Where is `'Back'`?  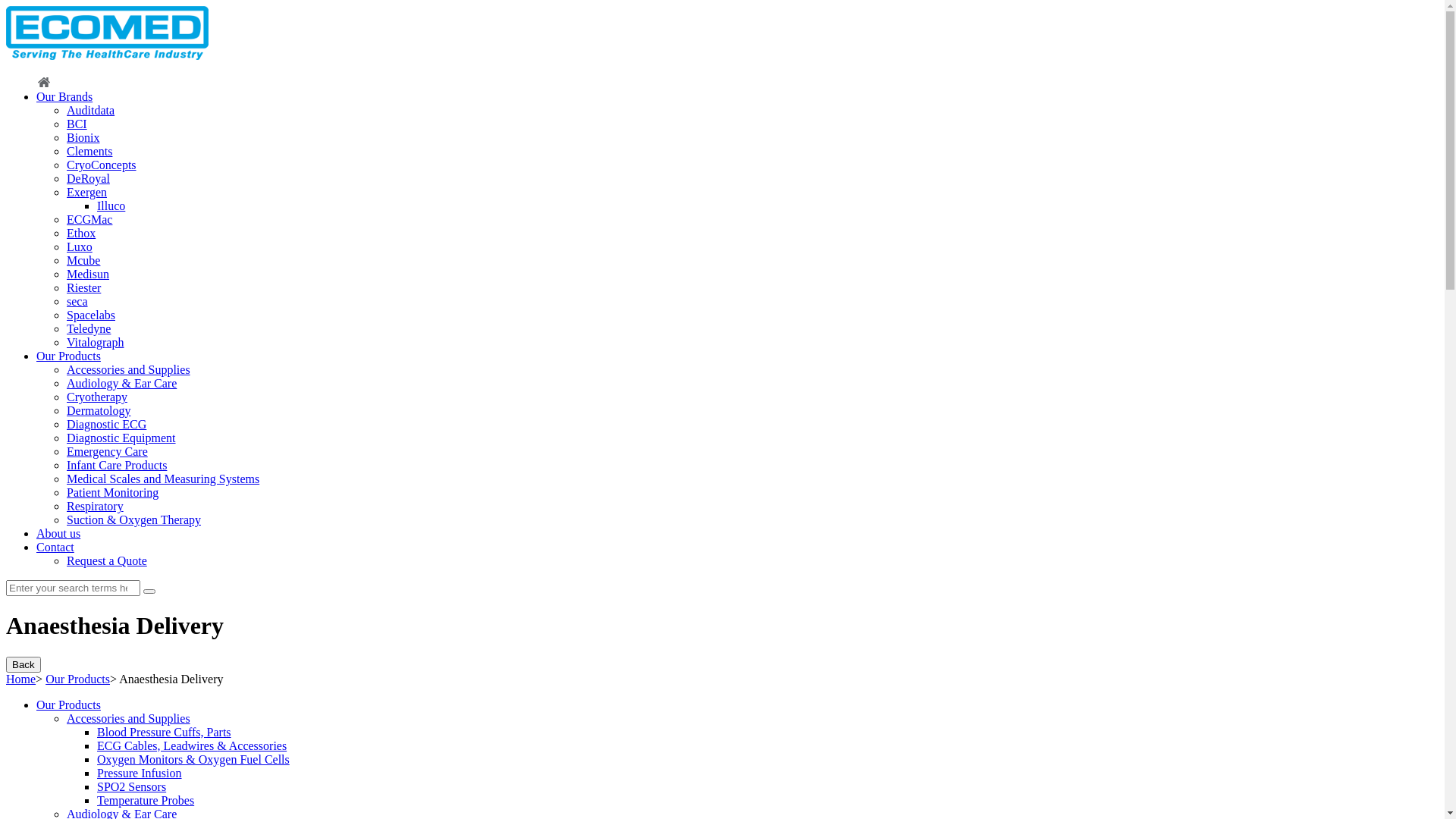 'Back' is located at coordinates (23, 664).